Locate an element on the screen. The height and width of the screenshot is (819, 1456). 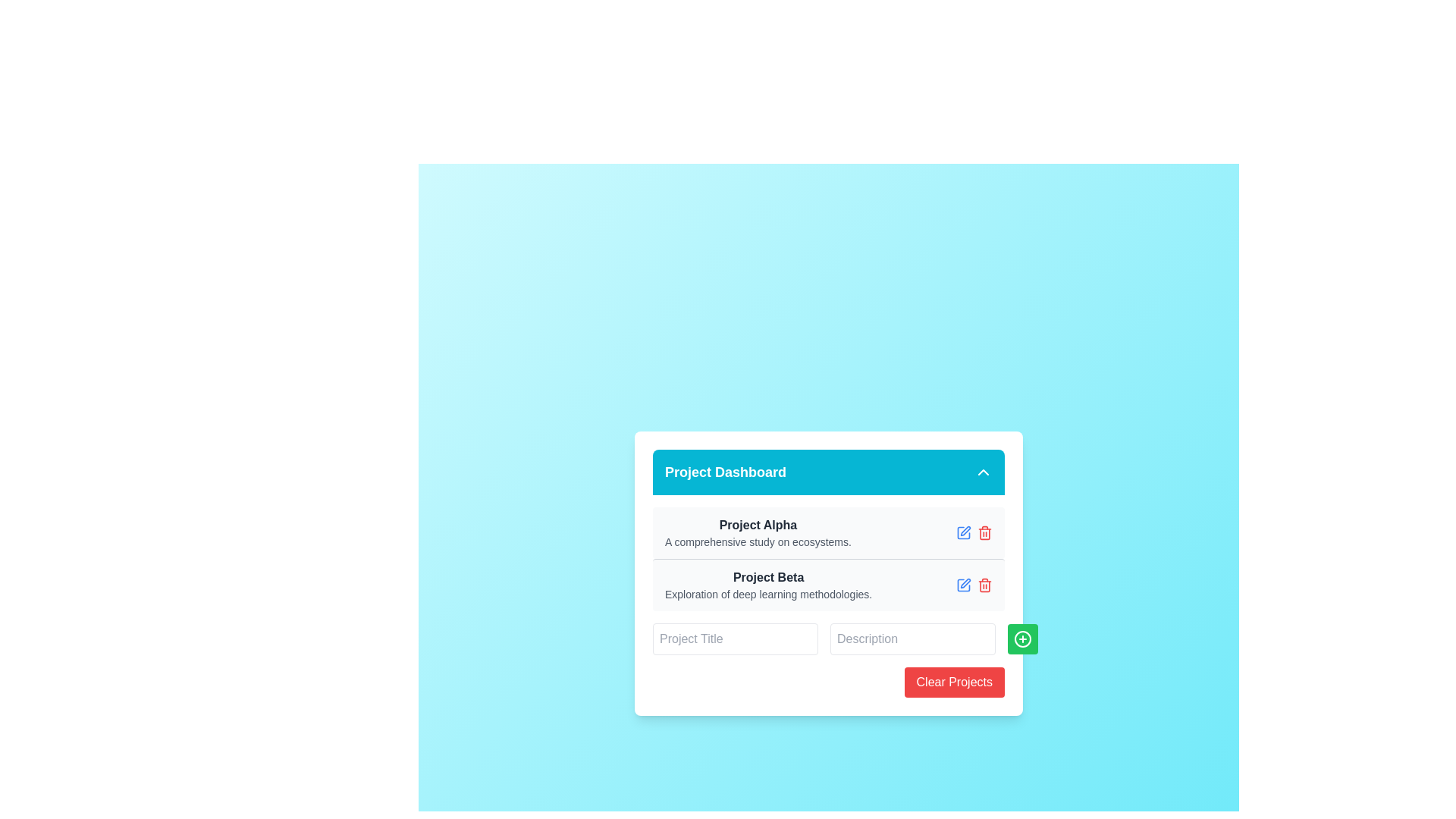
the clear projects button located at the bottom-right corner of the 'Project Dashboard' to change its color is located at coordinates (953, 681).